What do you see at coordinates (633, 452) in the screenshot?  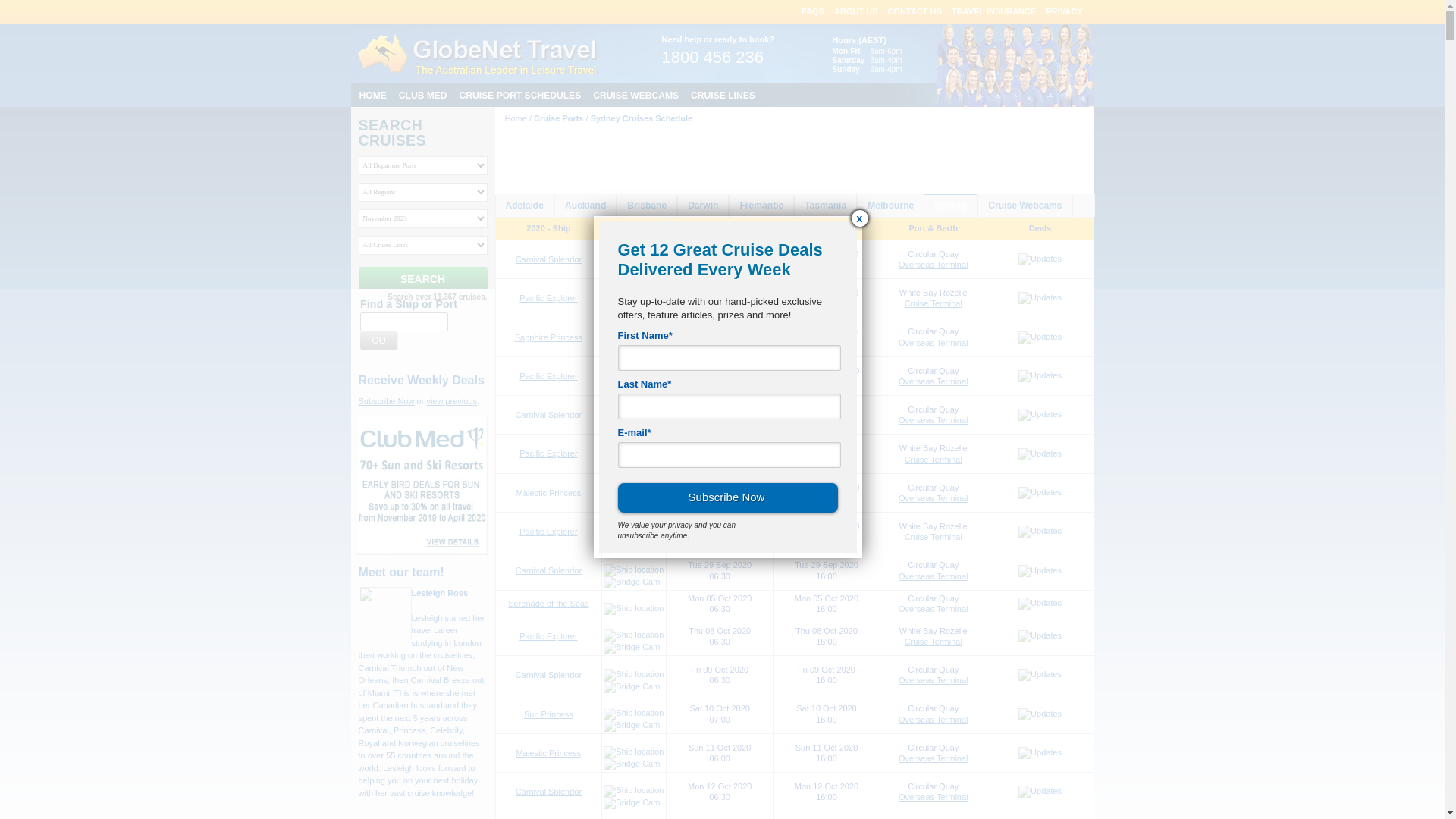 I see `'Ship location'` at bounding box center [633, 452].